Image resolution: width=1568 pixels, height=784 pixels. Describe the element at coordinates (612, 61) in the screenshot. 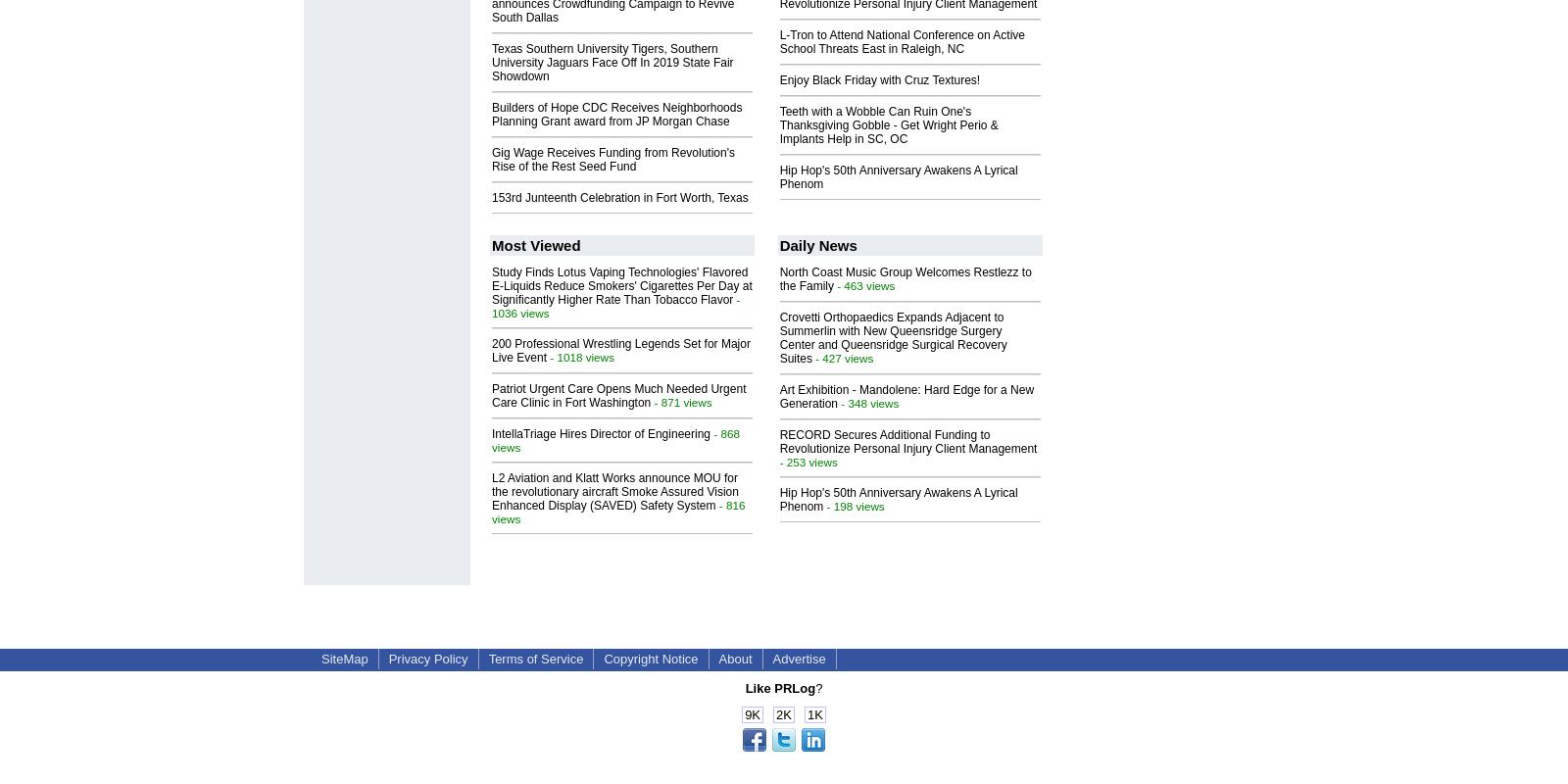

I see `'Texas Southern University Tigers, Southern University Jaguars Face Off In 2019 State Fair Showdown'` at that location.